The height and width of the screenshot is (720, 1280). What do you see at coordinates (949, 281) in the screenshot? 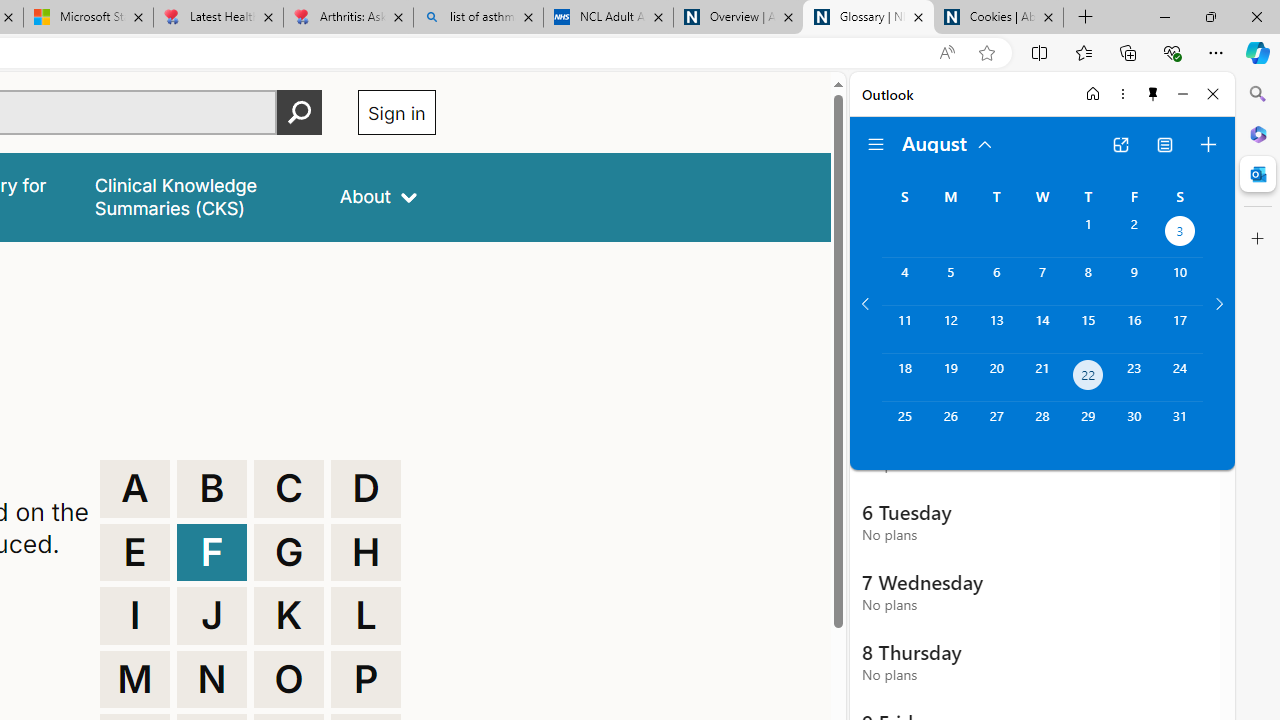
I see `'Monday, August 5, 2024. '` at bounding box center [949, 281].